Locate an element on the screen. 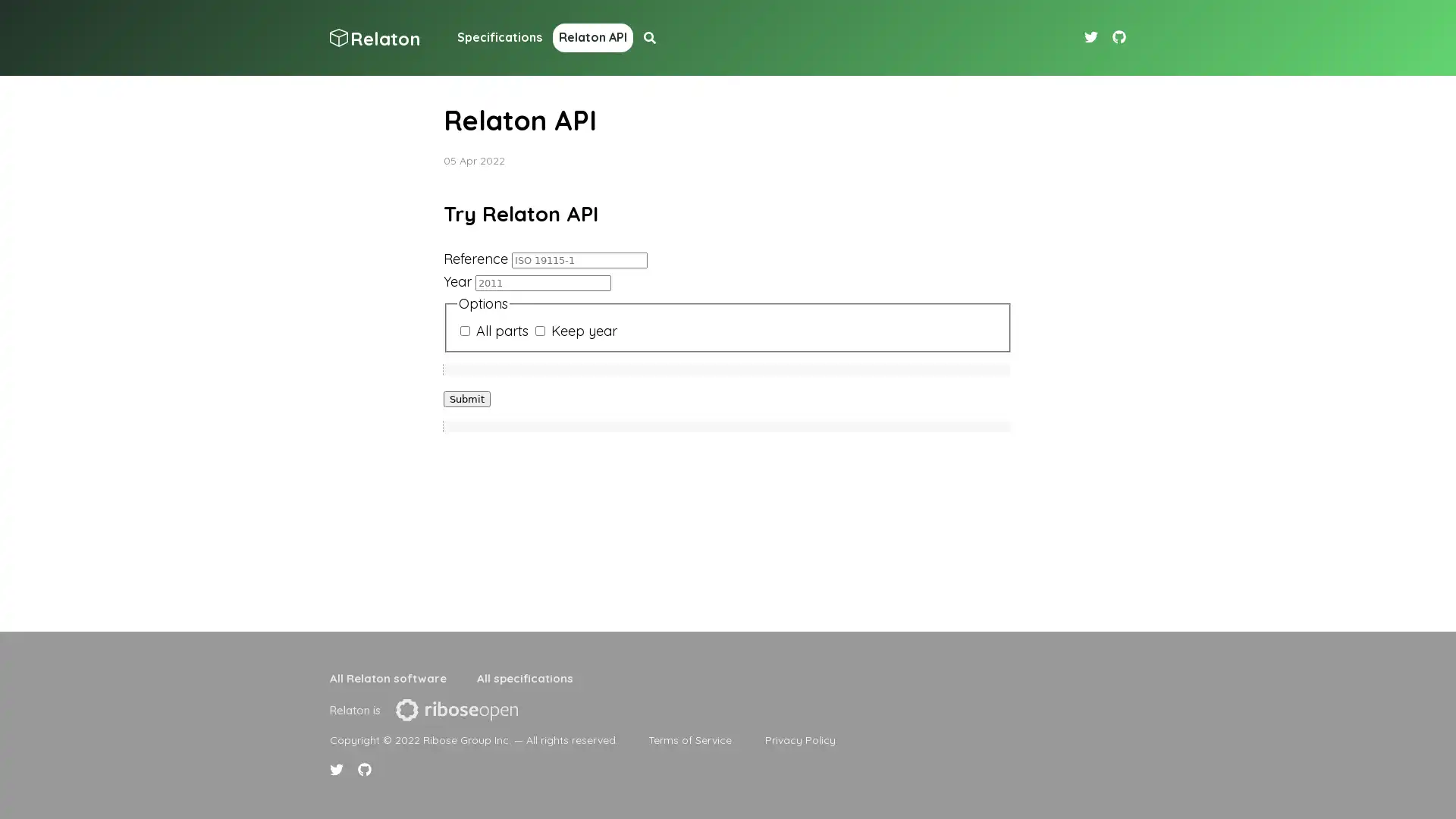 Image resolution: width=1456 pixels, height=819 pixels. Submit is located at coordinates (466, 398).